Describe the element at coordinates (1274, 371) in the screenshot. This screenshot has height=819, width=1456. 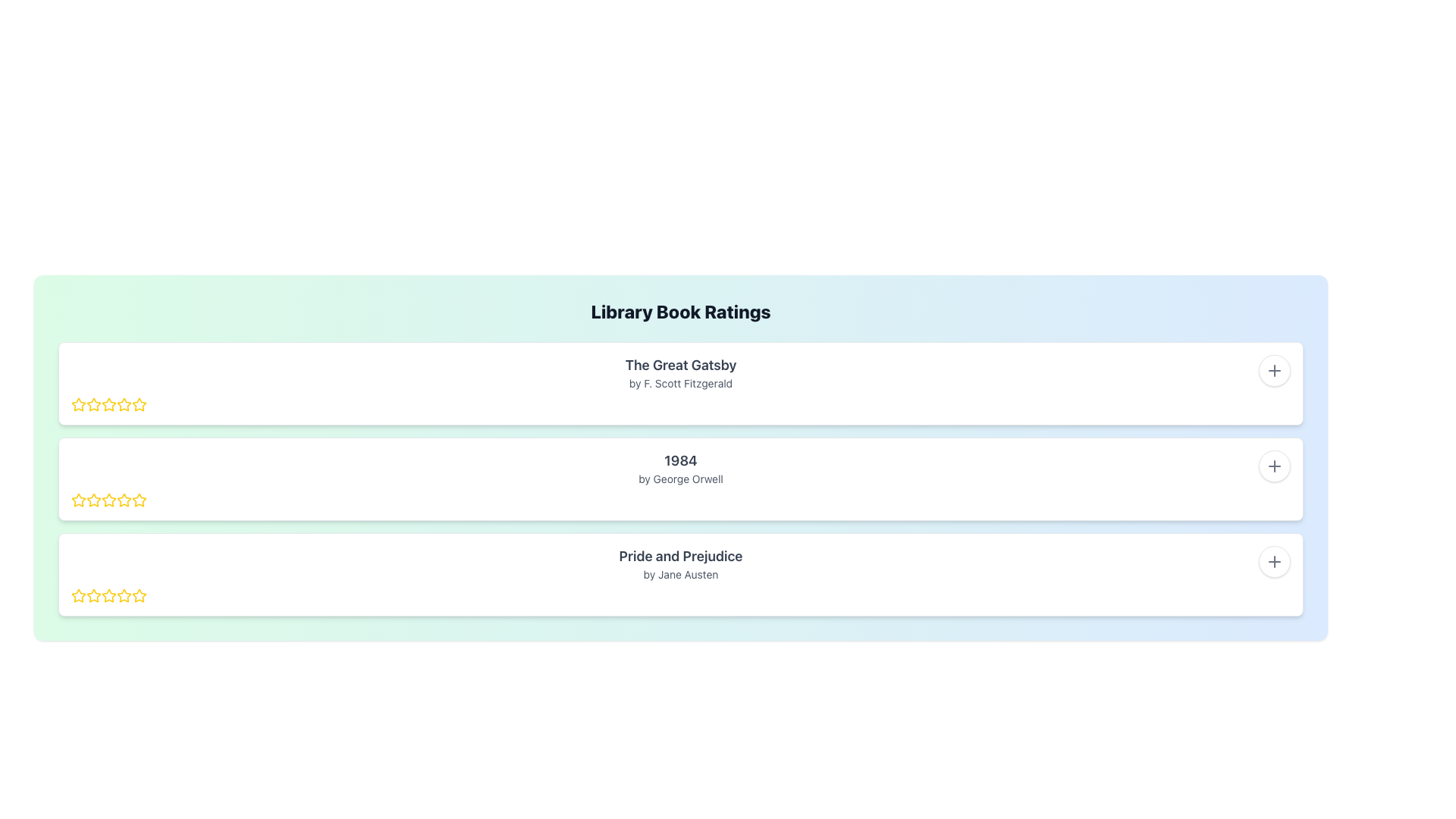
I see `the small circular button with a gray plus icon that turns blue on hover, located` at that location.